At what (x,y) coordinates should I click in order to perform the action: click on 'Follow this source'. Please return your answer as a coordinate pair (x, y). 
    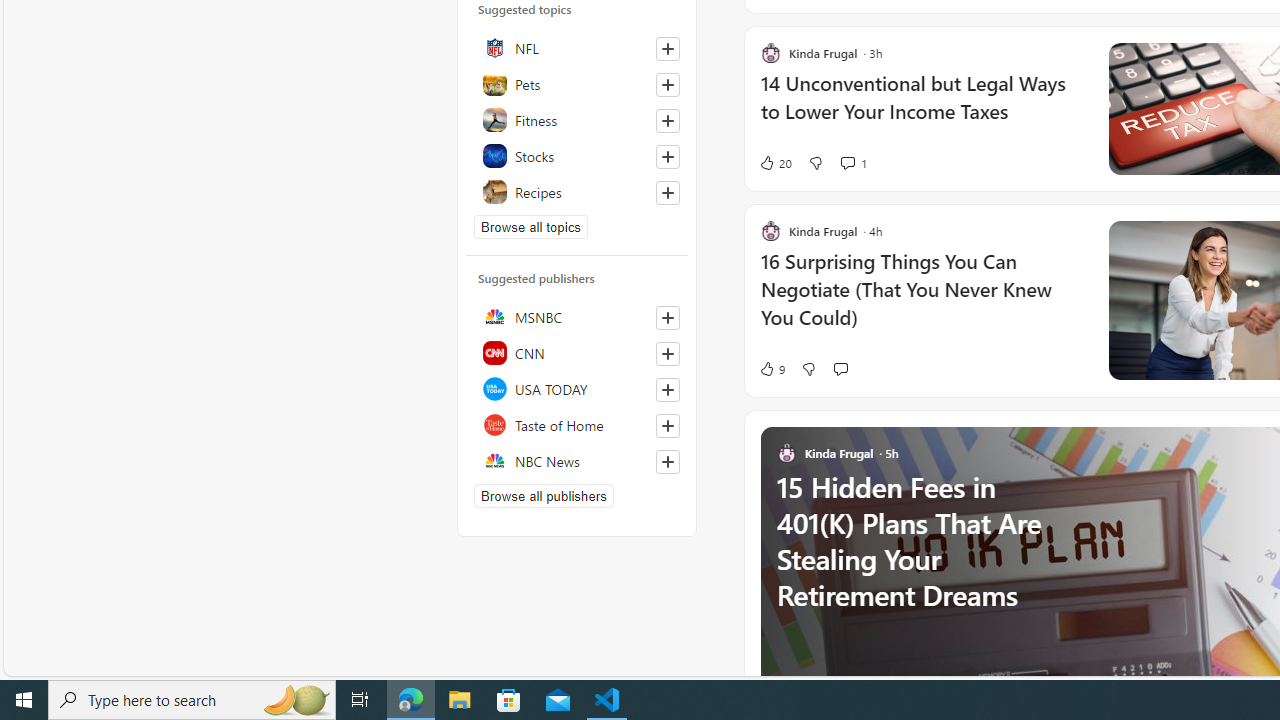
    Looking at the image, I should click on (668, 461).